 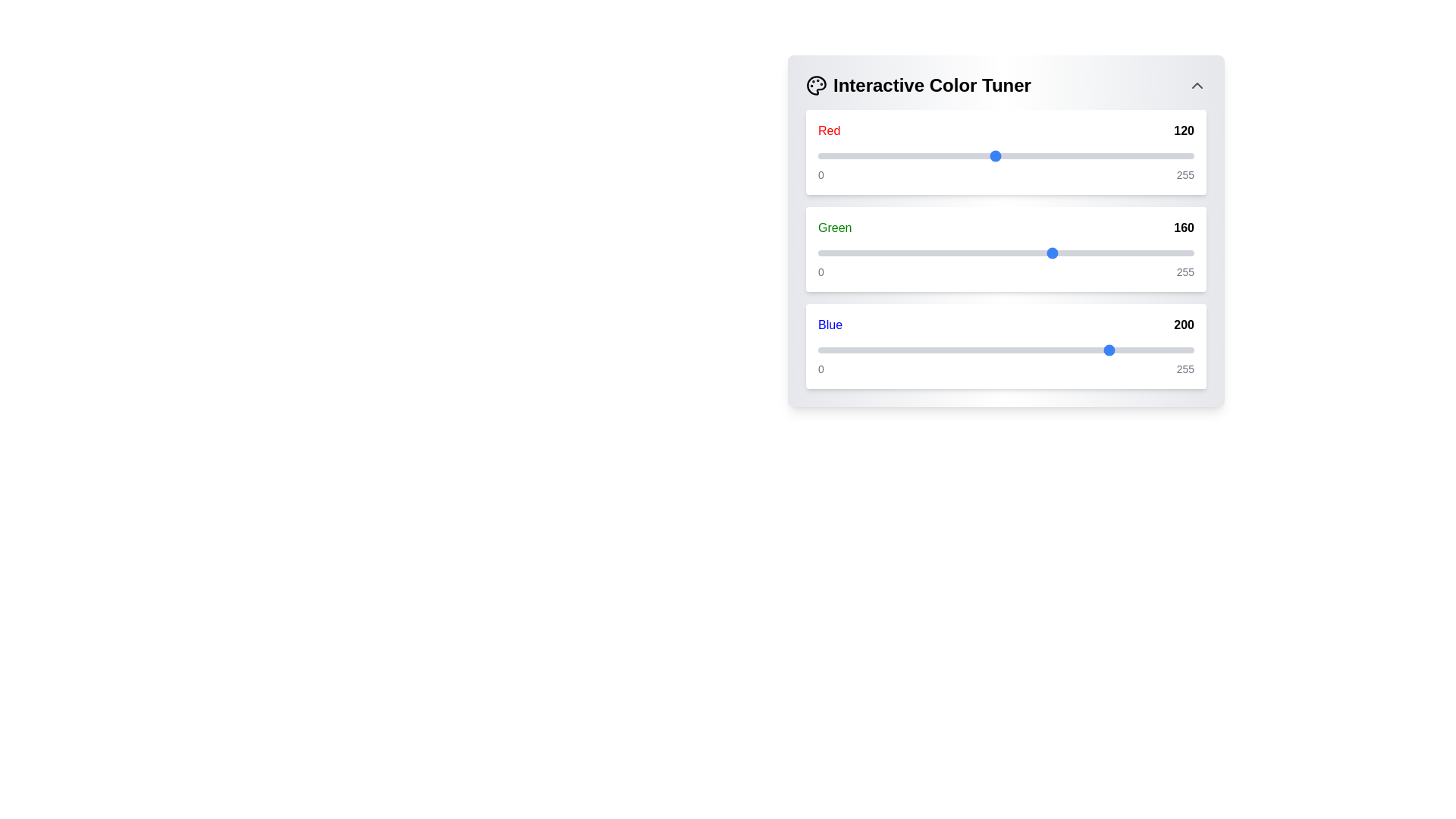 What do you see at coordinates (1006, 155) in the screenshot?
I see `the slider handle of the horizontal input control for adjusting the red color intensity, located in the 'Interactive Color Tuner' card` at bounding box center [1006, 155].